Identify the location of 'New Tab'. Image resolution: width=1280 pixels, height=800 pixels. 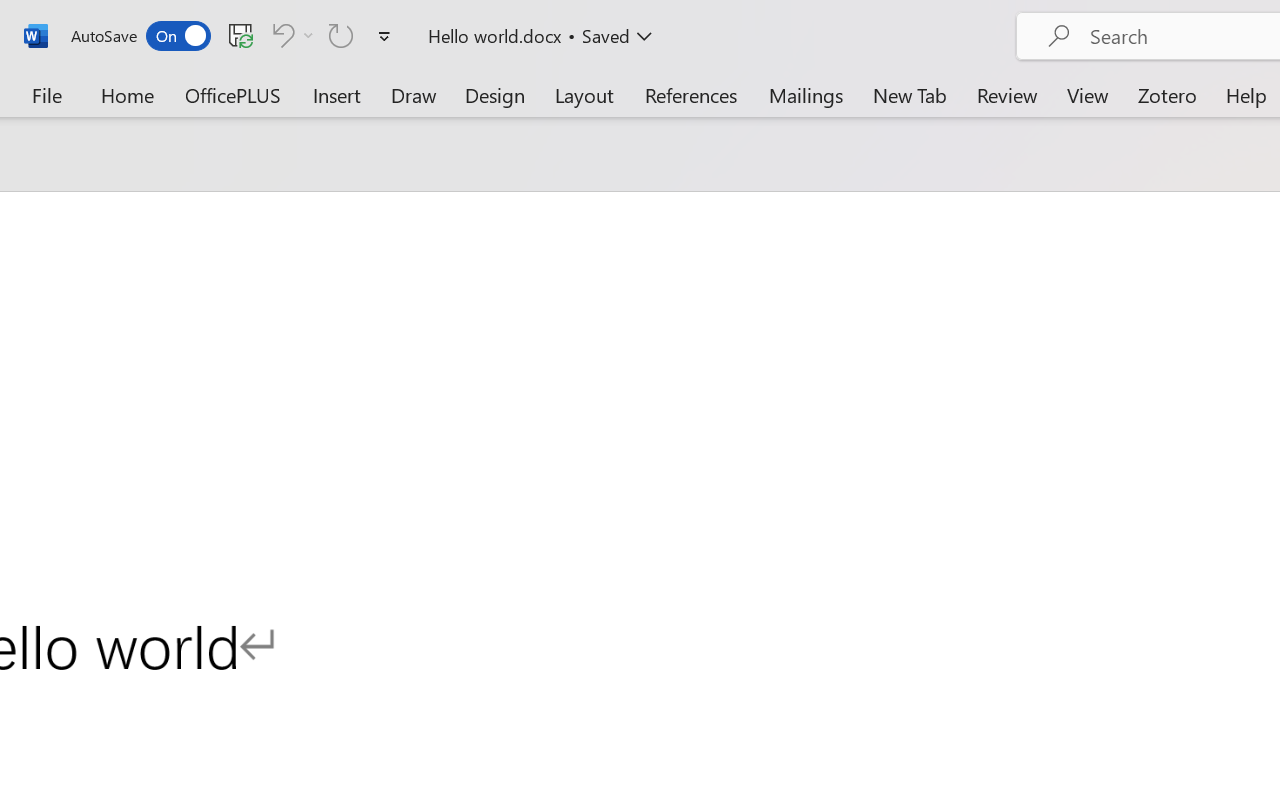
(909, 94).